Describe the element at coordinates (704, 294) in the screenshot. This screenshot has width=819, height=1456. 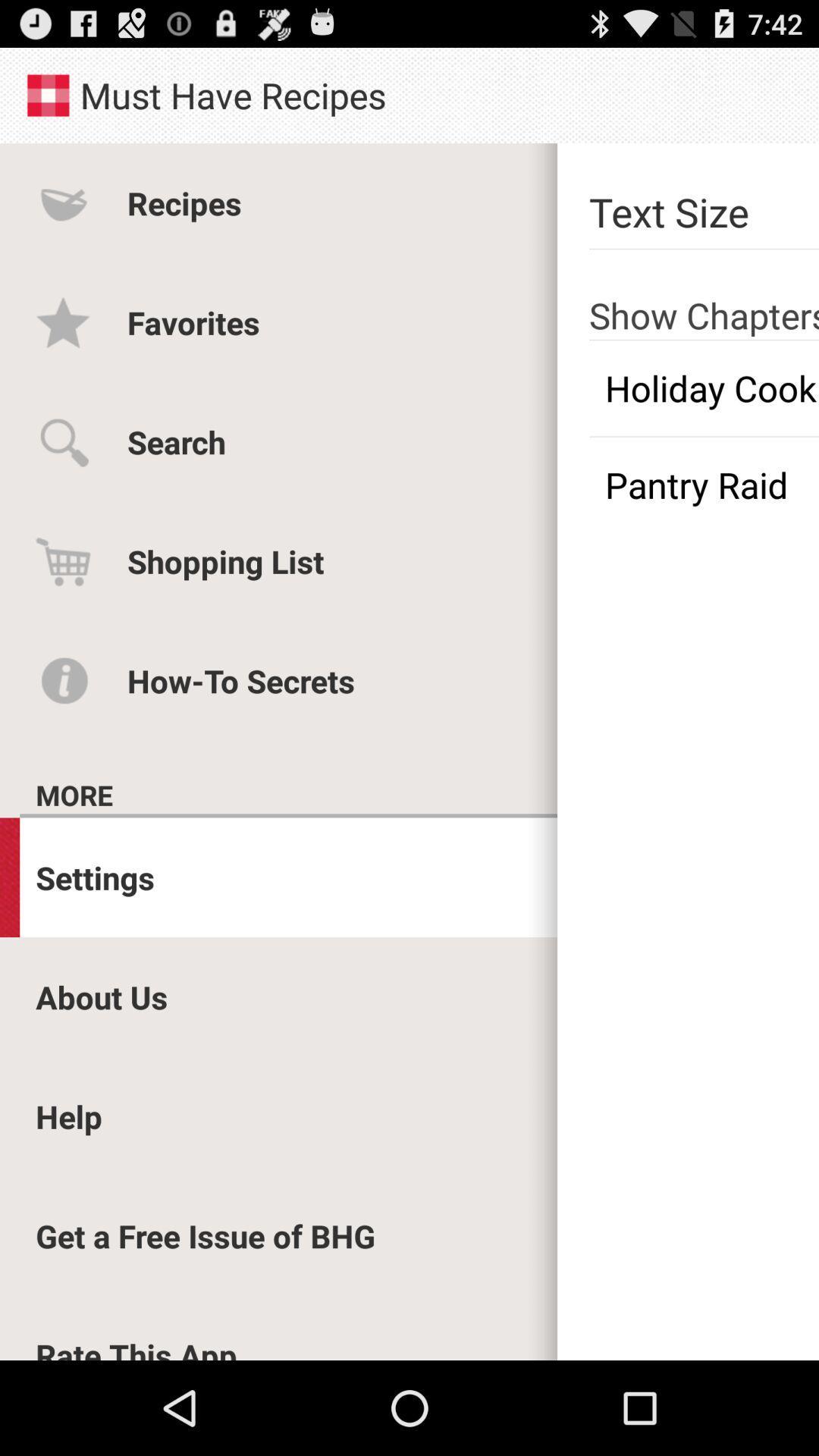
I see `icon to the right of the favorites` at that location.